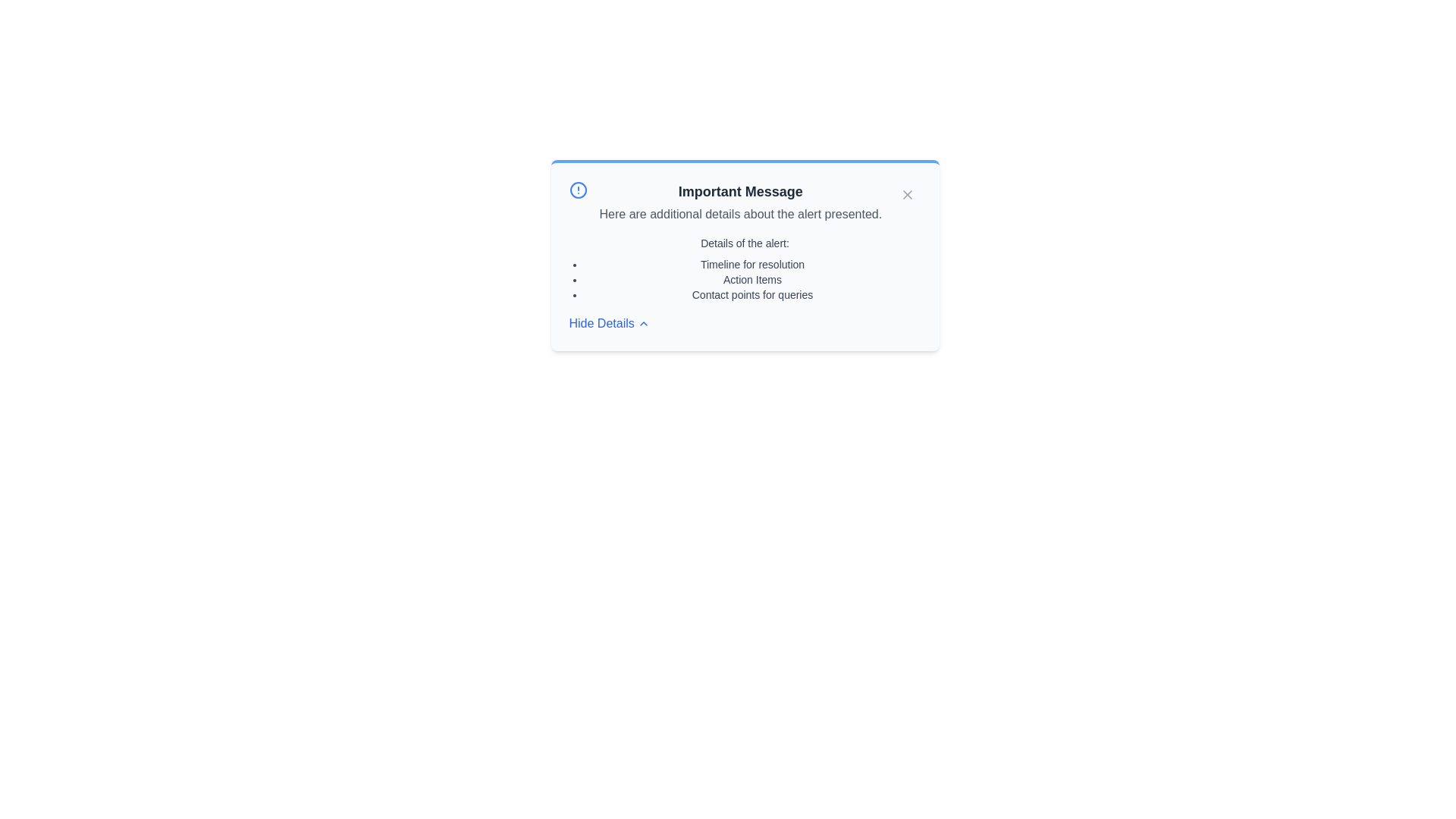 The width and height of the screenshot is (1456, 819). I want to click on the close button located at the top-right corner of the card, adjacent to the title 'Important Message', so click(907, 194).